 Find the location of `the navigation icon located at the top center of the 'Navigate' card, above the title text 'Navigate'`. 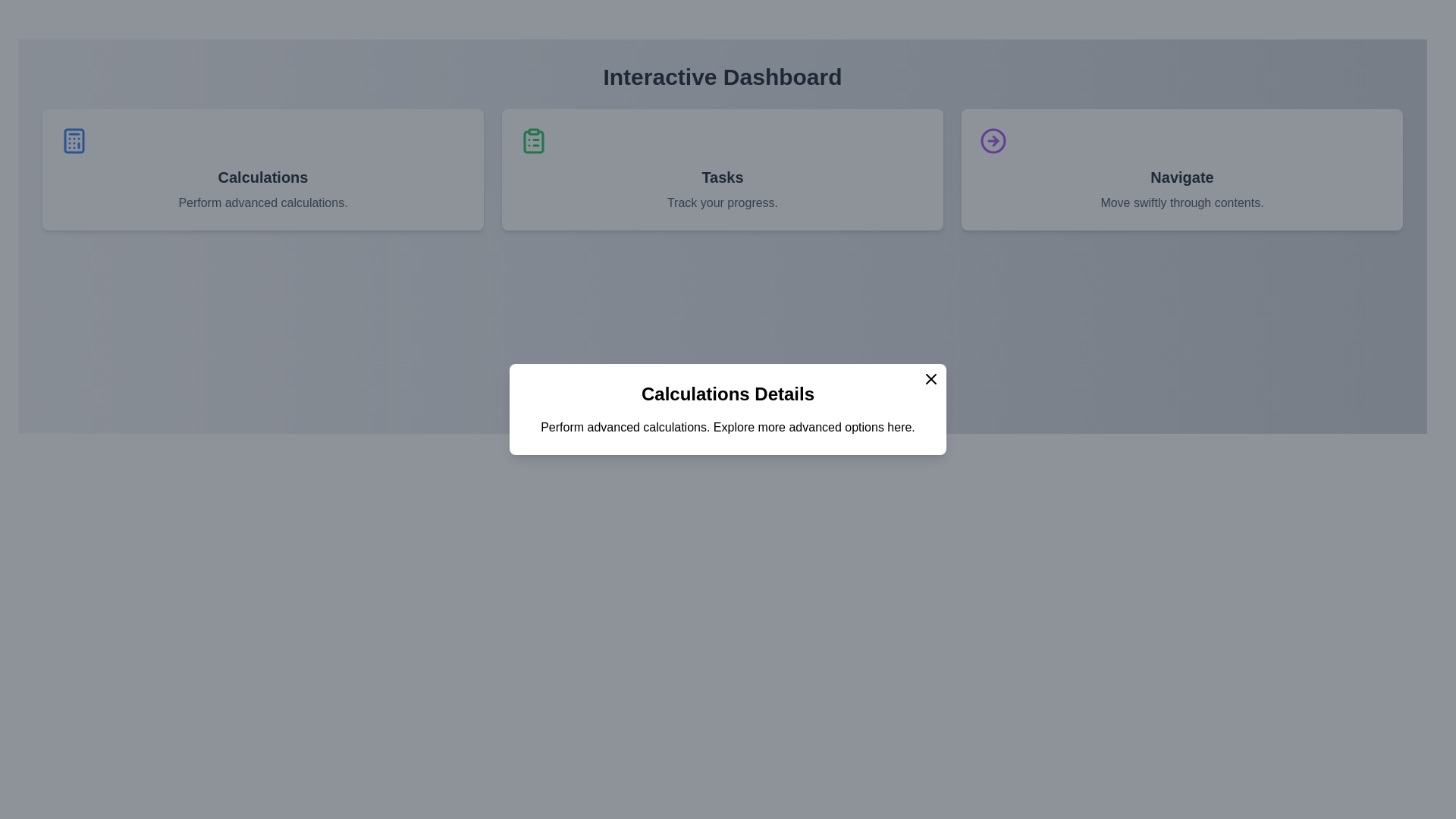

the navigation icon located at the top center of the 'Navigate' card, above the title text 'Navigate' is located at coordinates (993, 140).